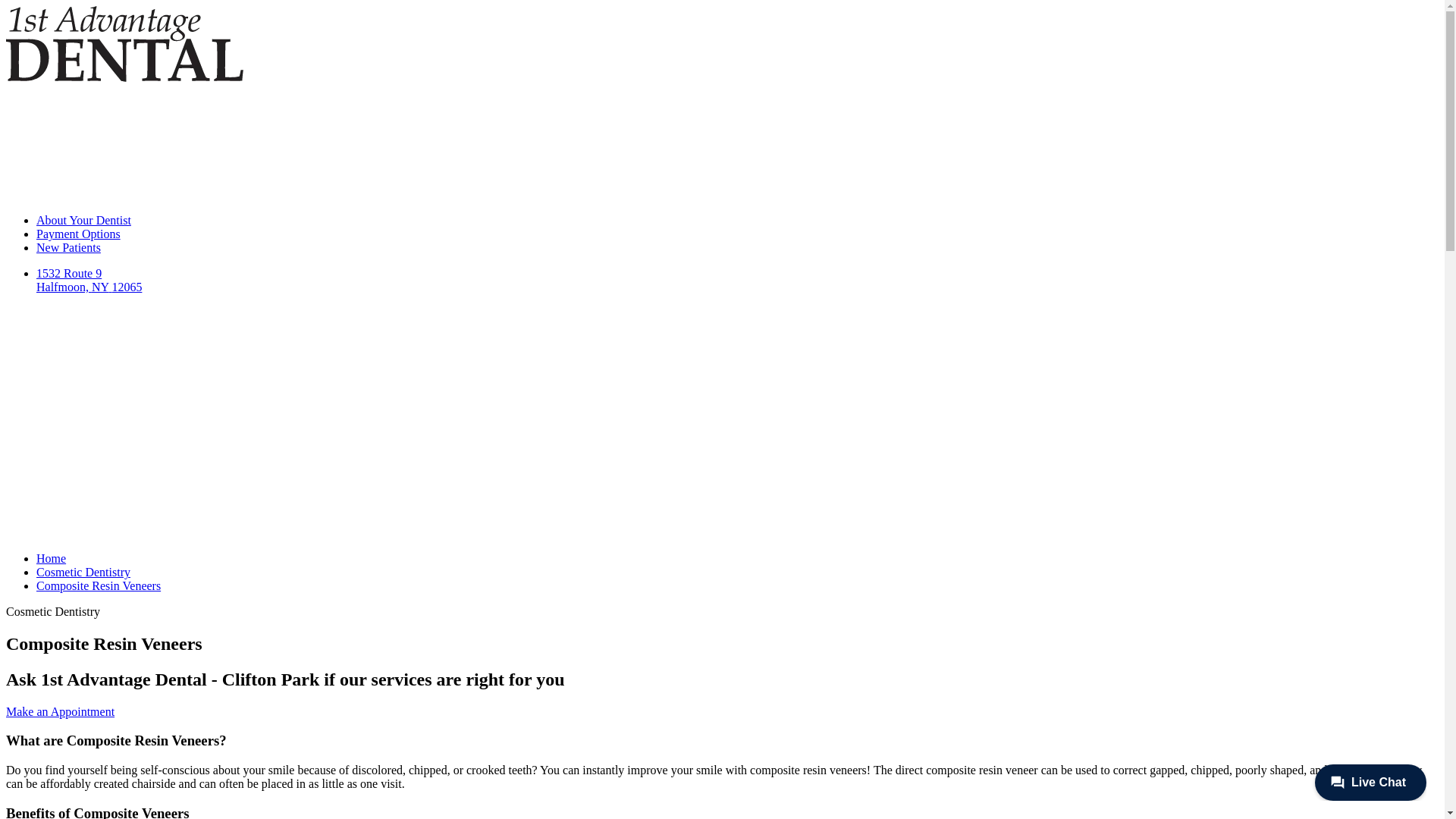 The height and width of the screenshot is (819, 1456). Describe the element at coordinates (67, 246) in the screenshot. I see `'New Patients'` at that location.